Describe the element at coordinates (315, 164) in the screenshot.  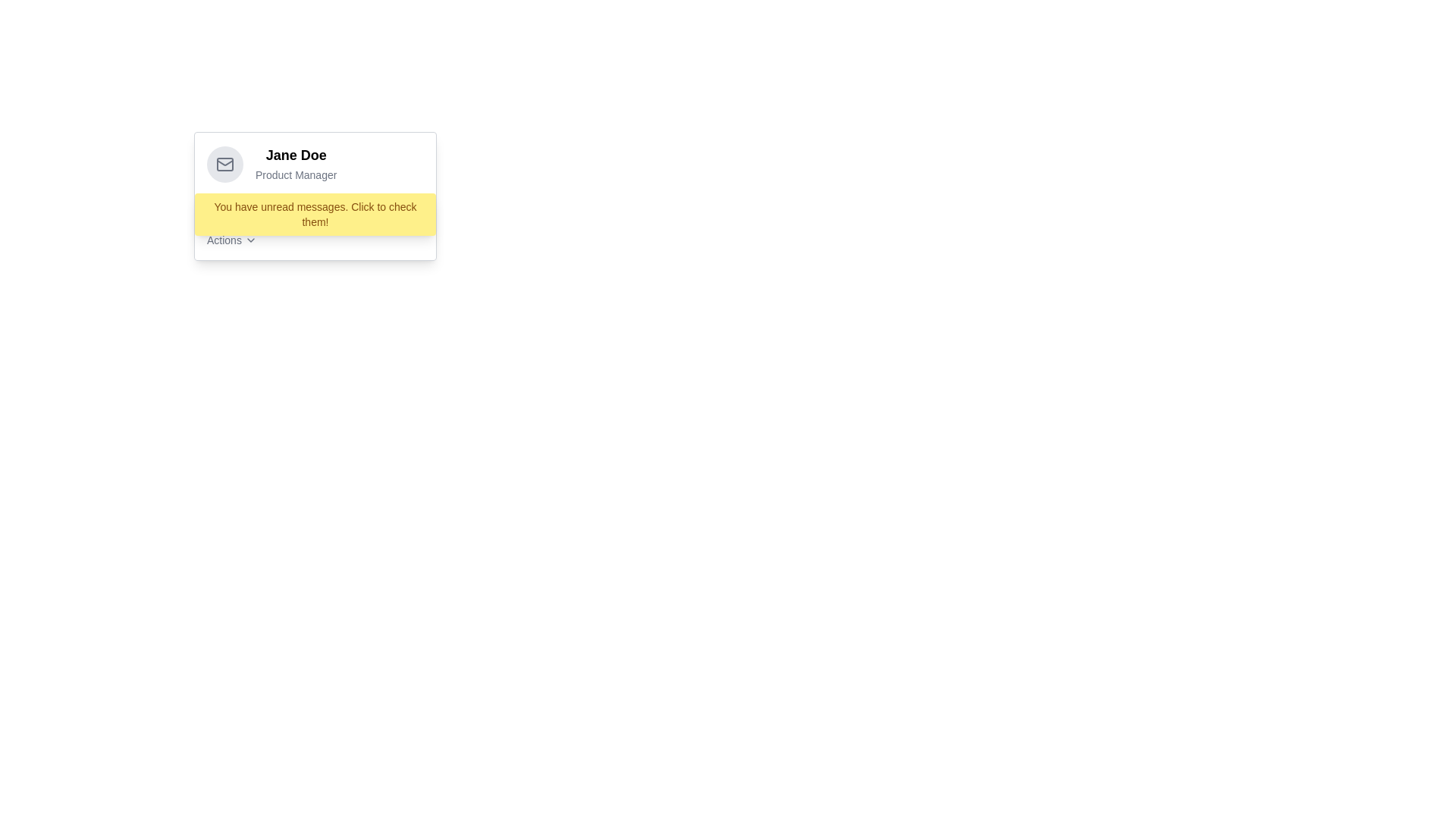
I see `the profile information display element, which features a circular mail icon on the left and the text 'Jane Doe' and 'Product Manager' on the right, located above the yellow notification bar` at that location.